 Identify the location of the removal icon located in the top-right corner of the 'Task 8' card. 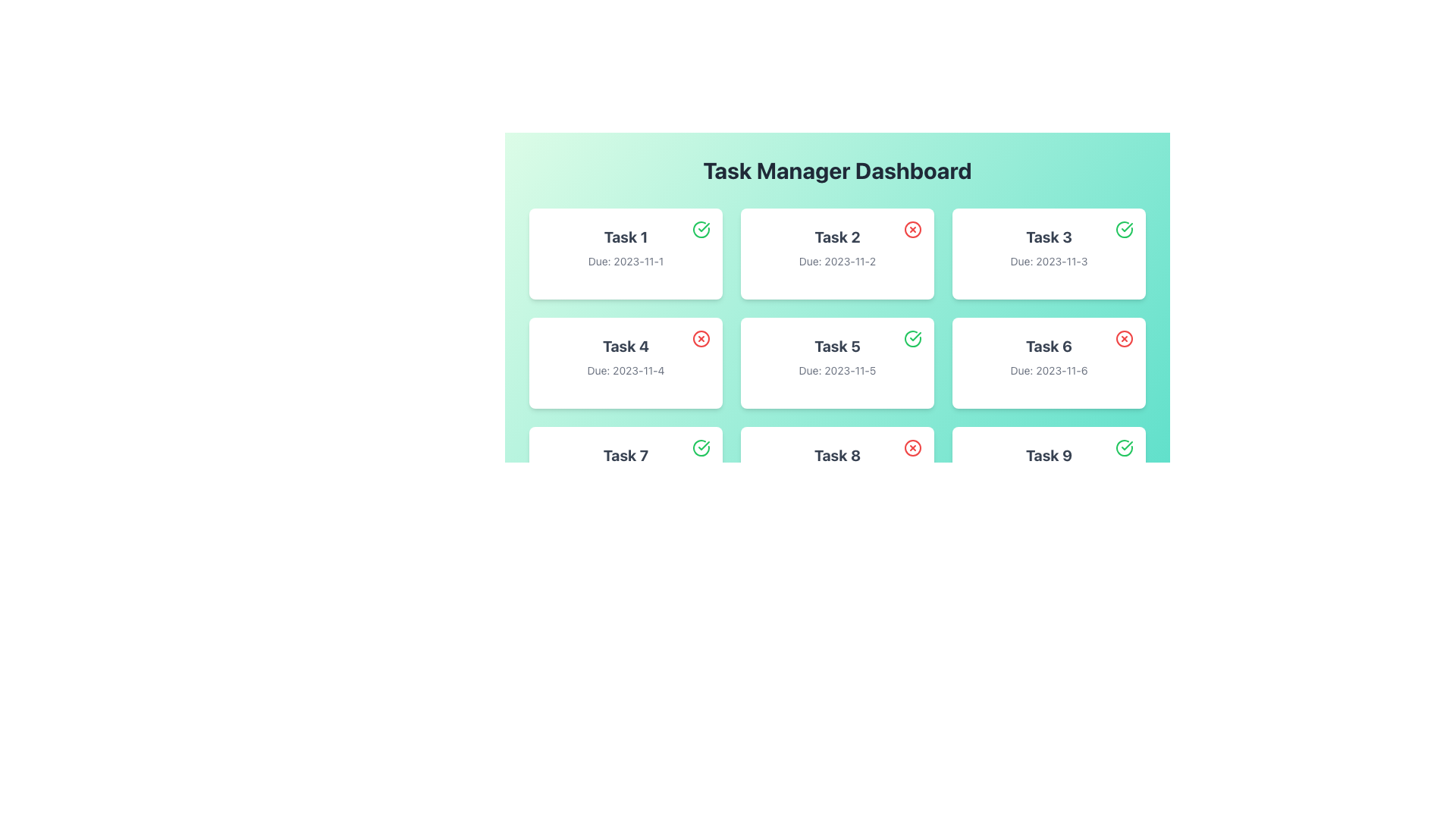
(912, 447).